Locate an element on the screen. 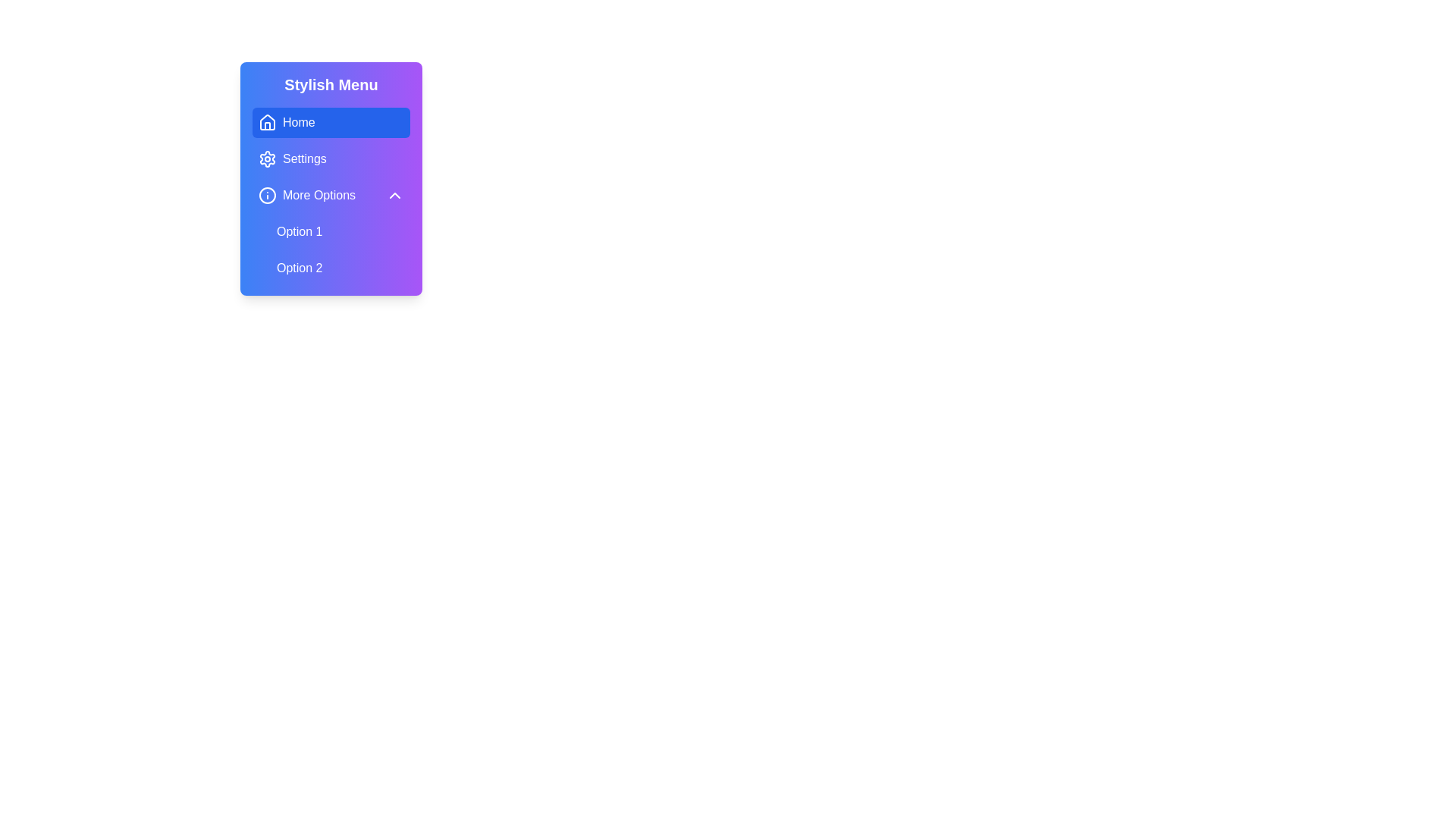  the SVG Circle located beside the 'More Options' text, which is a circular shape with a thin stroke line and no visible fill is located at coordinates (268, 195).